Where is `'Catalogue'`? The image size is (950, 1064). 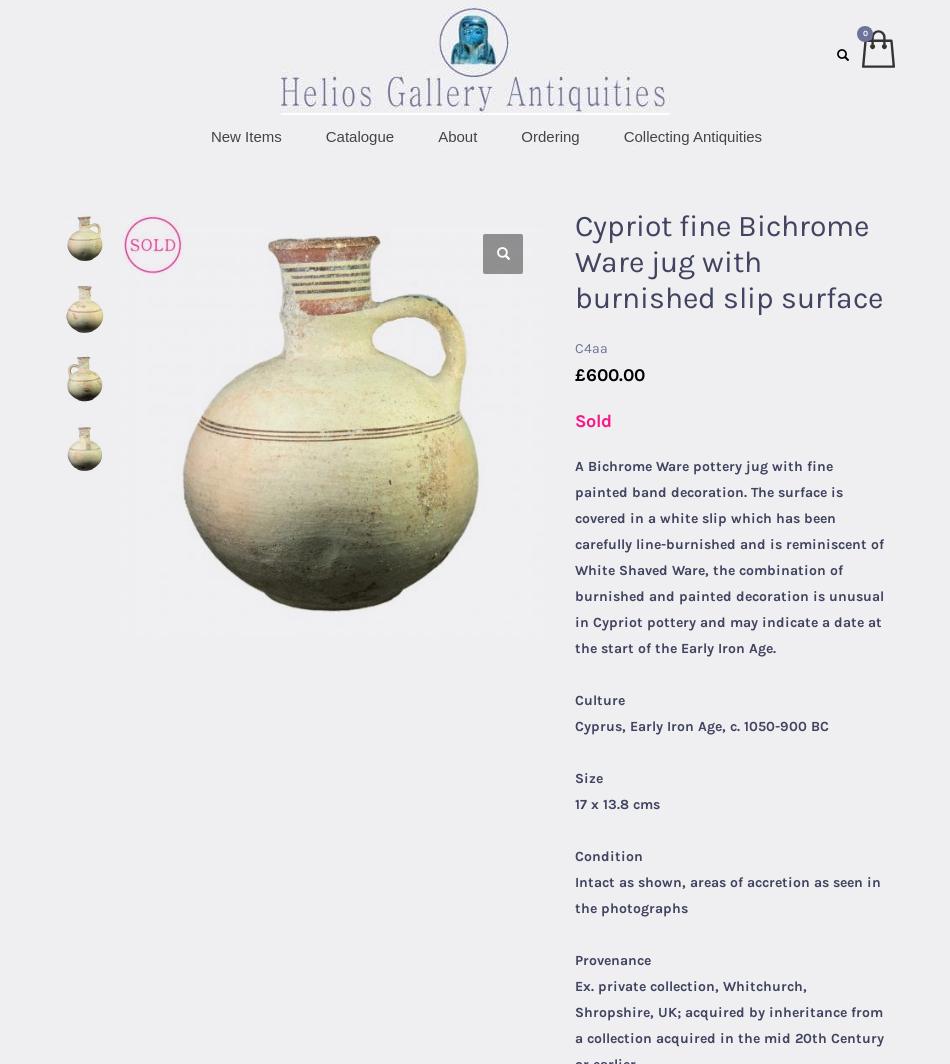
'Catalogue' is located at coordinates (323, 135).